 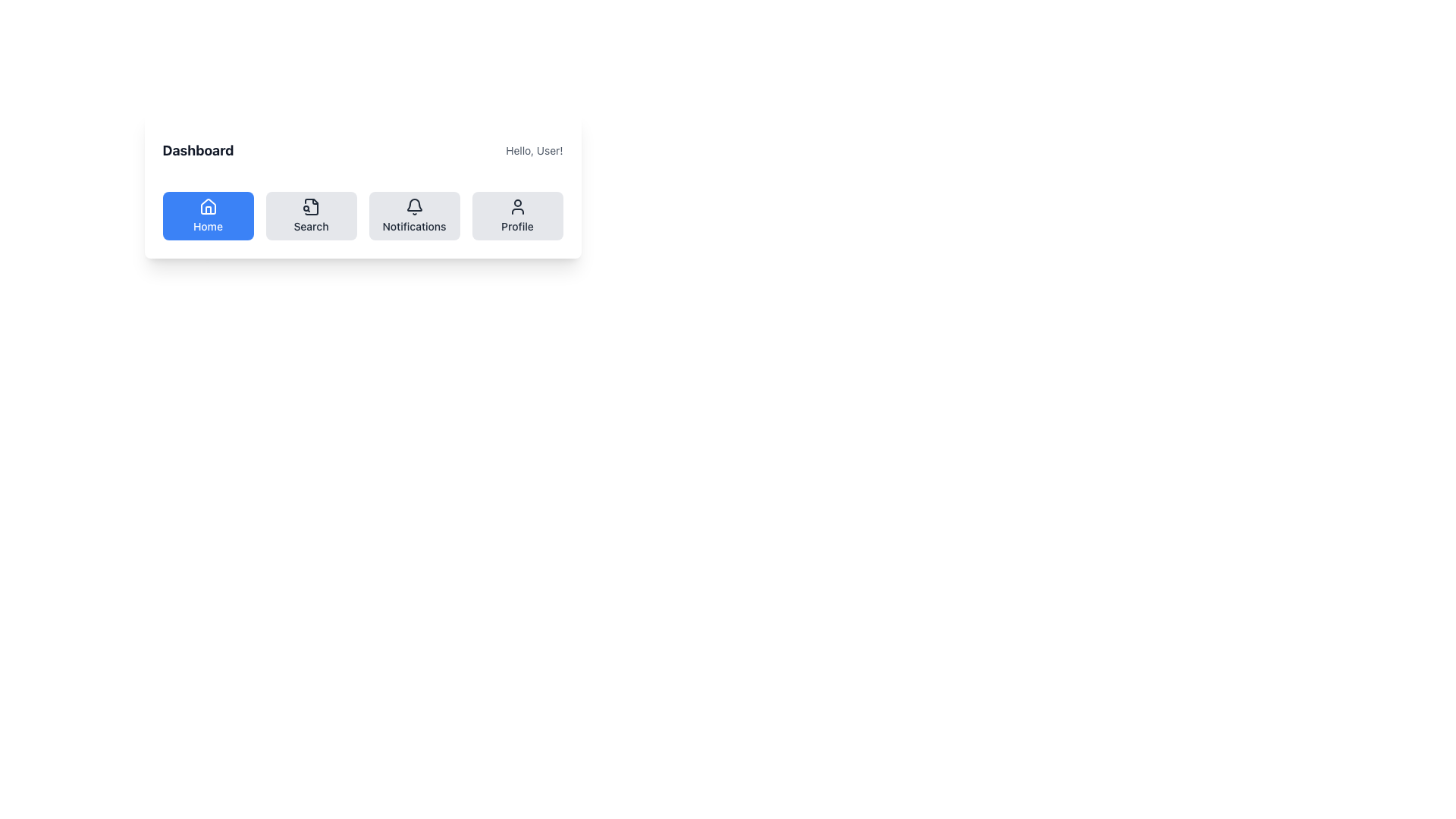 What do you see at coordinates (414, 207) in the screenshot?
I see `the modern outline bell icon located within the 'Notifications' button in the navigation bar` at bounding box center [414, 207].